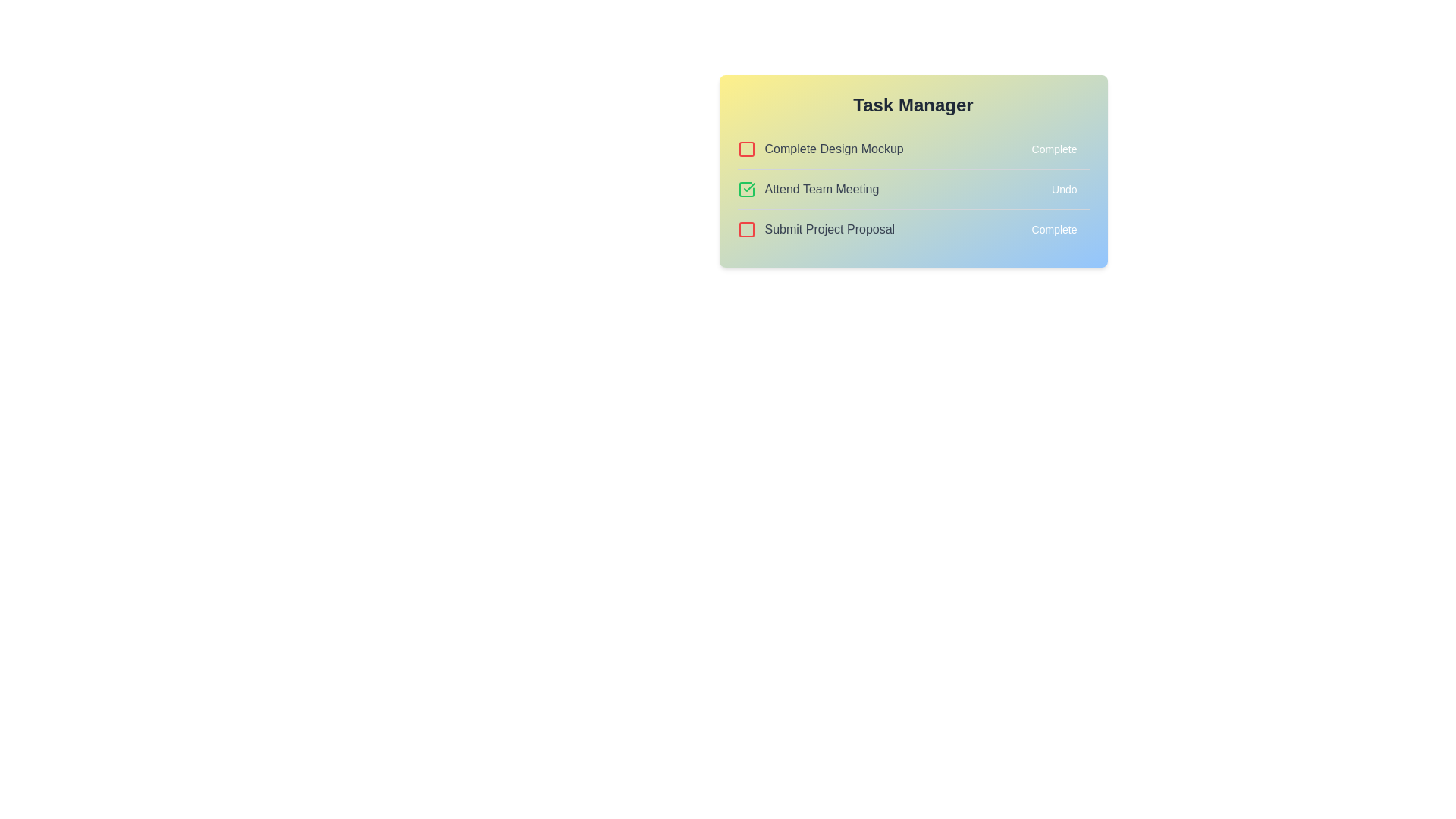 The image size is (1456, 819). I want to click on the Undo button for the task Attend Team Meeting to toggle its completion status, so click(1063, 189).